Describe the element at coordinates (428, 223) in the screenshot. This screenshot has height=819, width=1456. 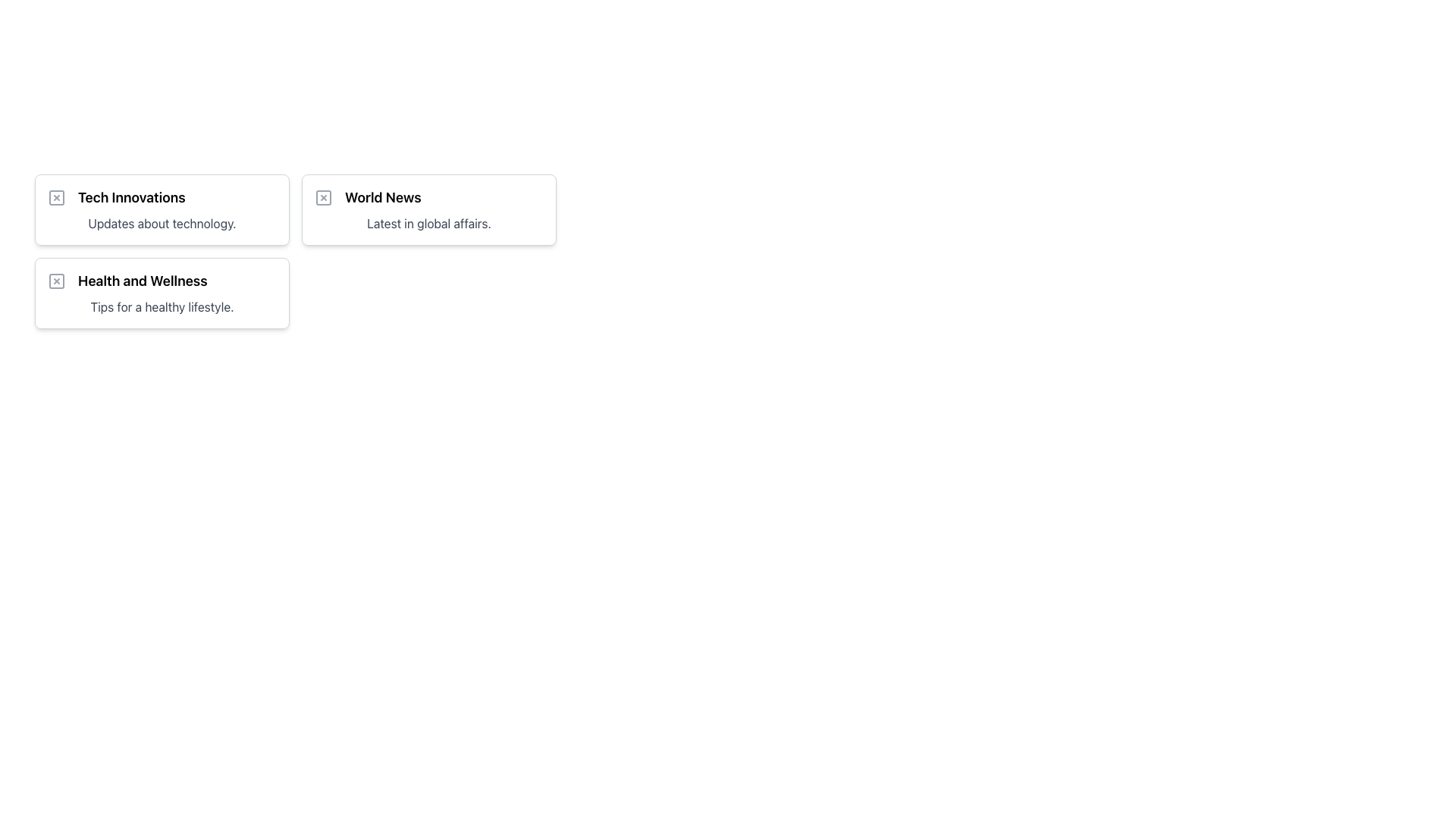
I see `the informational text label summarizing the context or category presented by the title 'World News', located within the second column of a three-card layout` at that location.